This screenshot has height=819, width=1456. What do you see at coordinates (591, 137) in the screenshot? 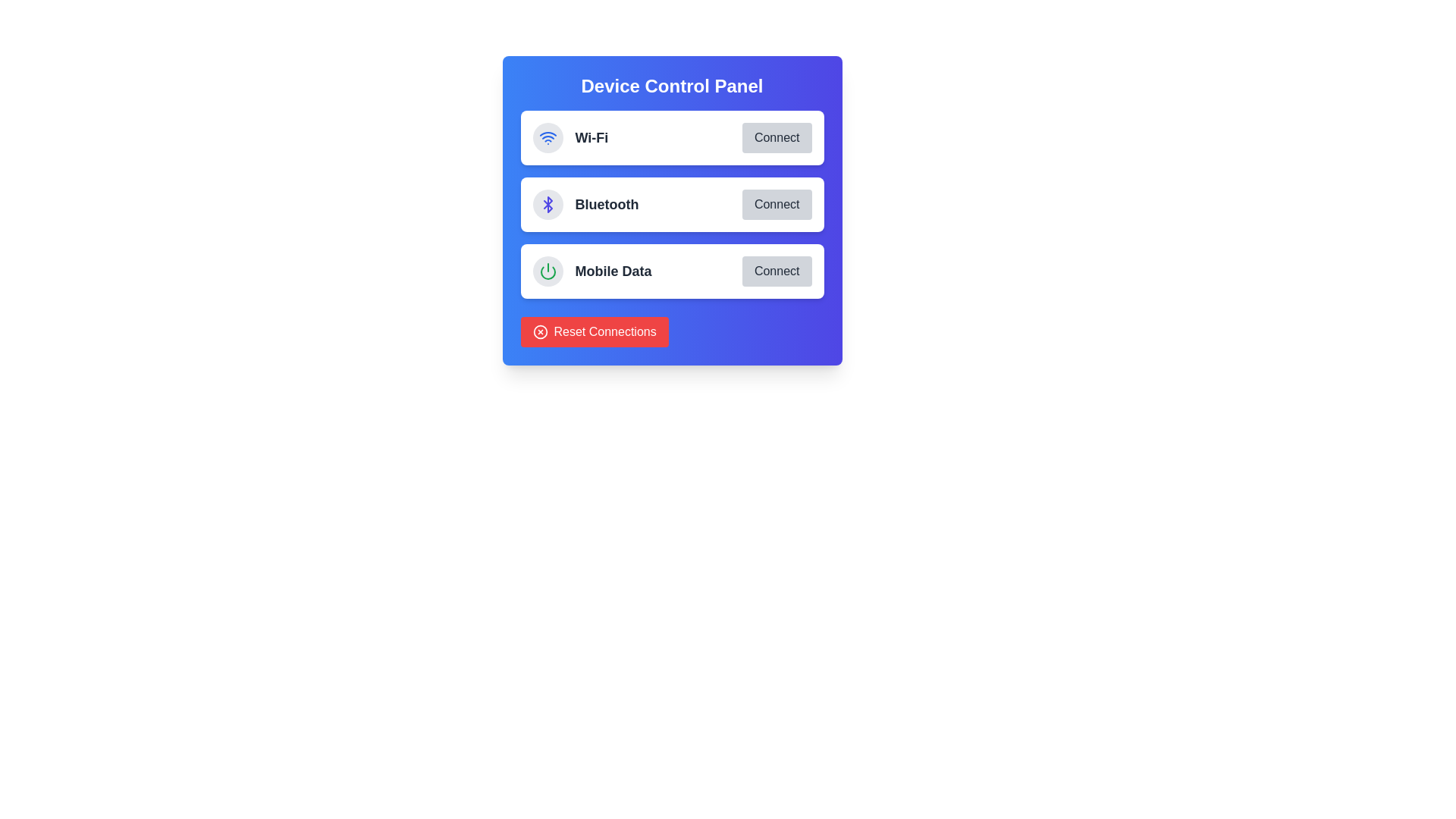
I see `the 'Wi-Fi' text label, which is bold and large, located in the first row of the network configuration options under the 'Device Control Panel'` at bounding box center [591, 137].